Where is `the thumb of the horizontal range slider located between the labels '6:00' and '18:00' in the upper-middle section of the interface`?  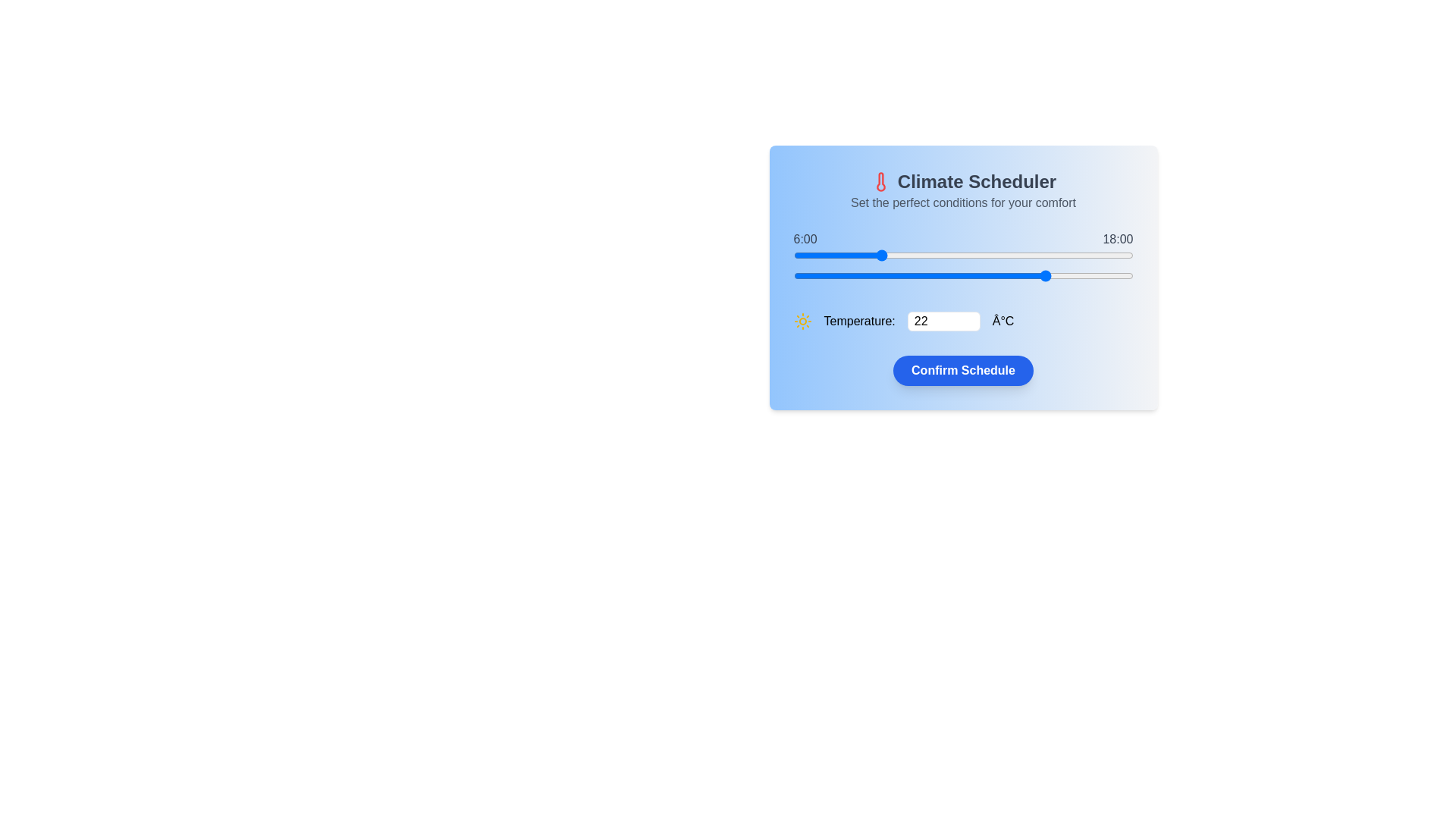
the thumb of the horizontal range slider located between the labels '6:00' and '18:00' in the upper-middle section of the interface is located at coordinates (962, 254).